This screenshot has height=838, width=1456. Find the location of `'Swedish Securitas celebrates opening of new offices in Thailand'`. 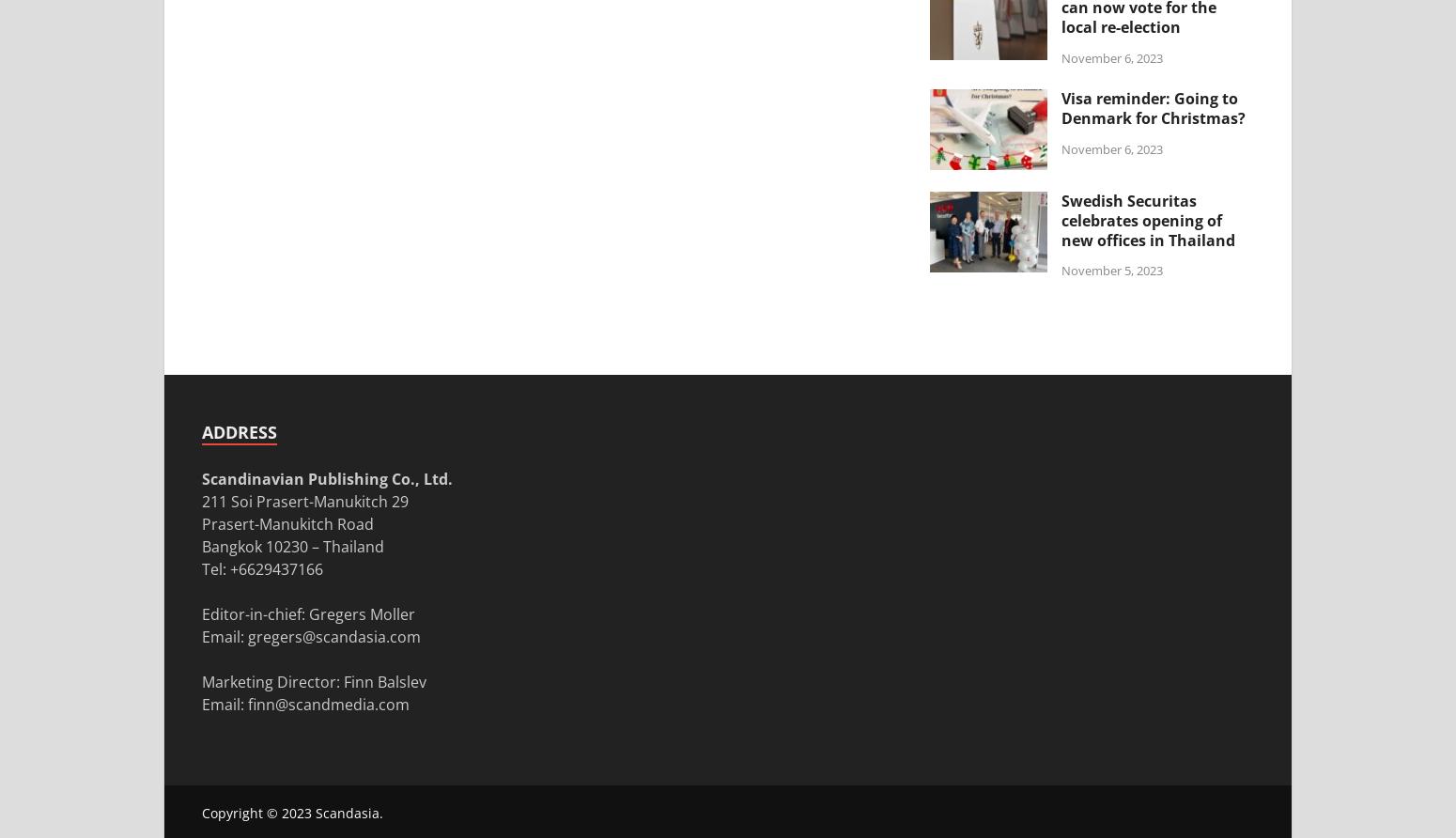

'Swedish Securitas celebrates opening of new offices in Thailand' is located at coordinates (1148, 220).